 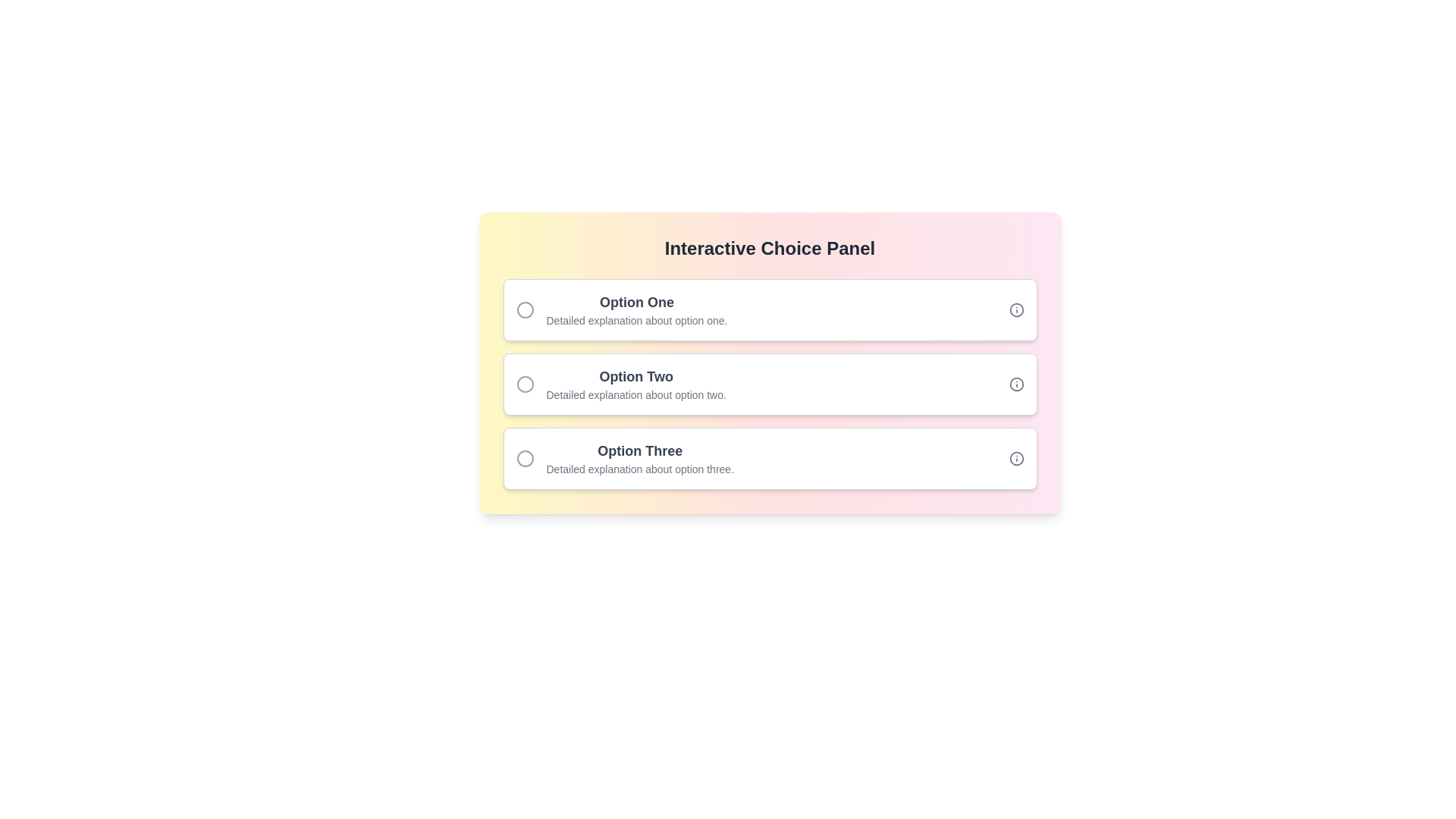 I want to click on the Circle SVG element that serves as the visual indicator for the second radio button option in the 'Interactive Choice Panel', which indicates an unselected state, so click(x=525, y=383).